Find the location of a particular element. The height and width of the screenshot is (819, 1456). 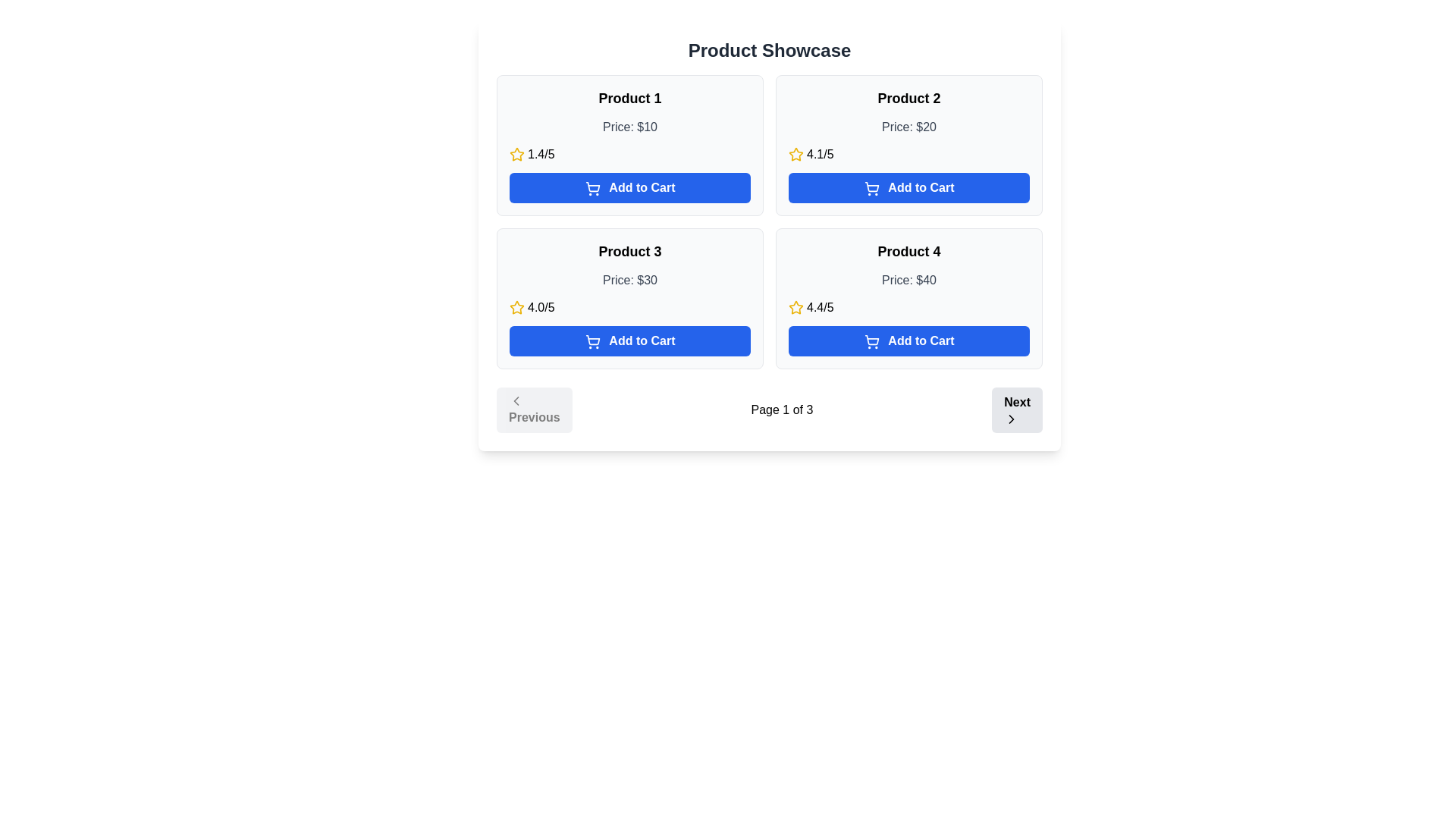

the action button for adding Product 2 to the shopping cart, located beneath the rating component displaying '4.1/5' in the grid view is located at coordinates (909, 187).